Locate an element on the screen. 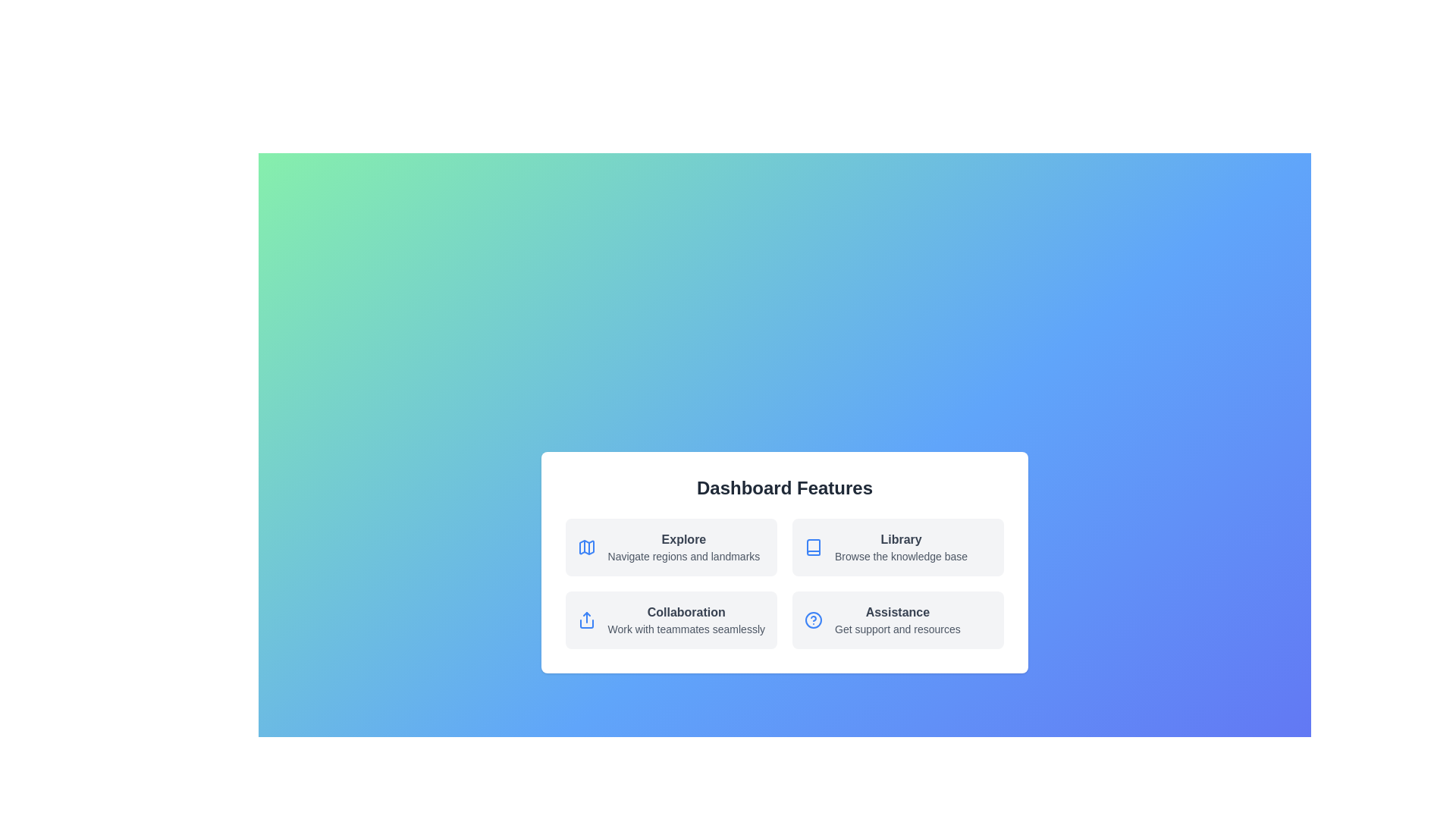  the tile labeled 'Explore' to observe its hover effect is located at coordinates (670, 547).